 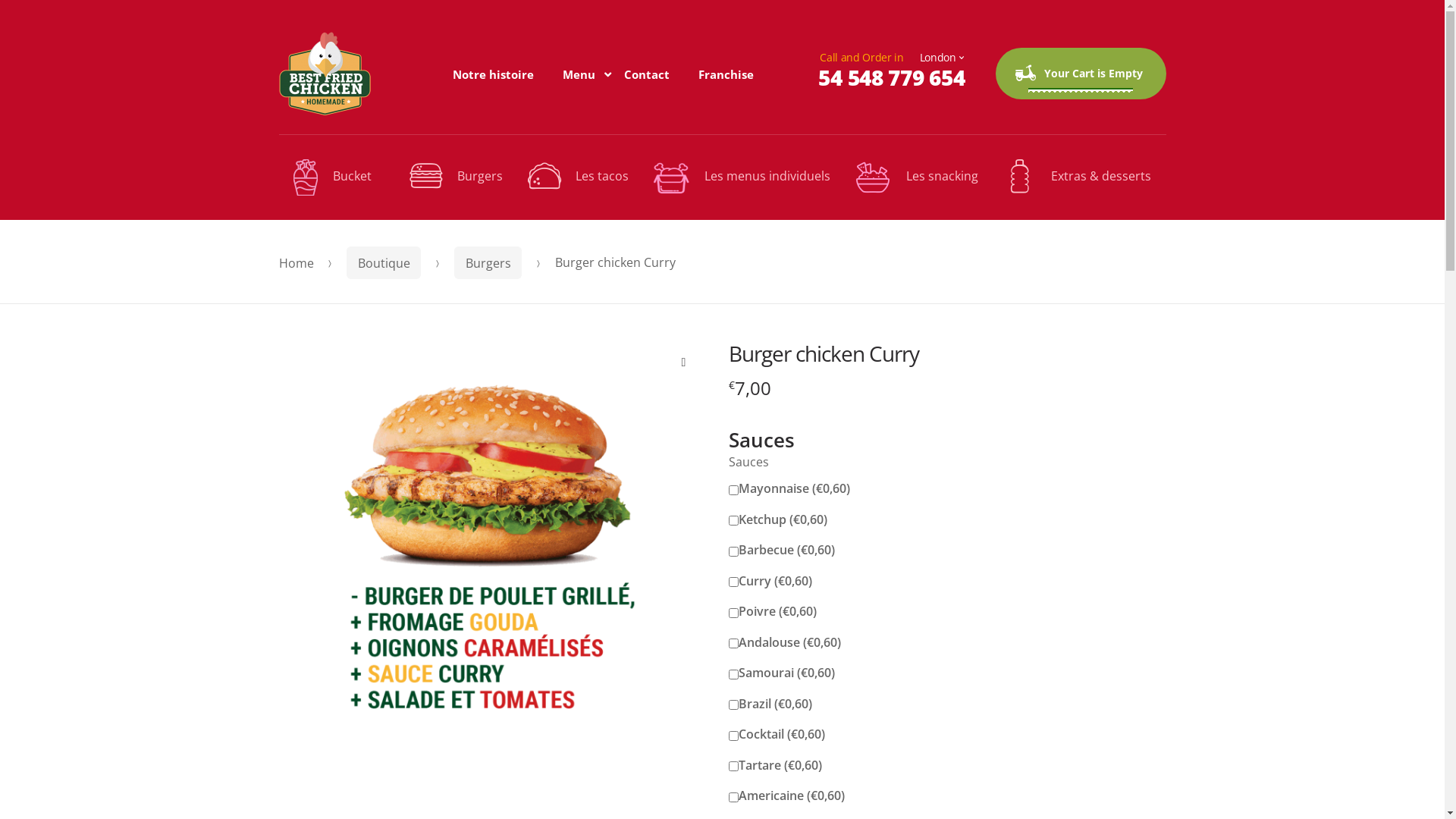 What do you see at coordinates (1079, 73) in the screenshot?
I see `'Your Cart is Empty'` at bounding box center [1079, 73].